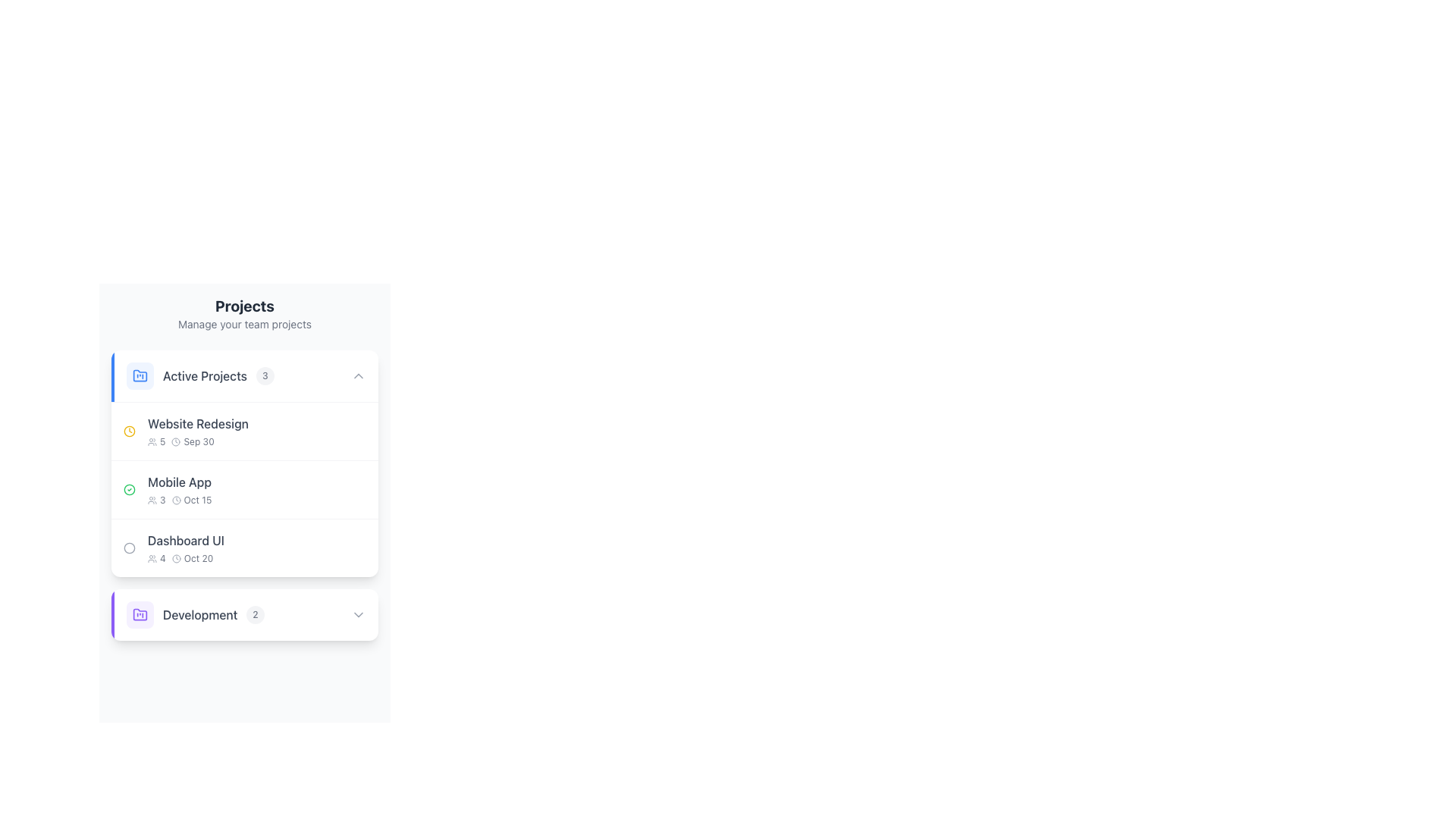 The width and height of the screenshot is (1456, 819). What do you see at coordinates (156, 441) in the screenshot?
I see `the Text with an icon component, located to the left of the date 'Sep 30' in the 'Website Redesign' section, for accessibility reading` at bounding box center [156, 441].